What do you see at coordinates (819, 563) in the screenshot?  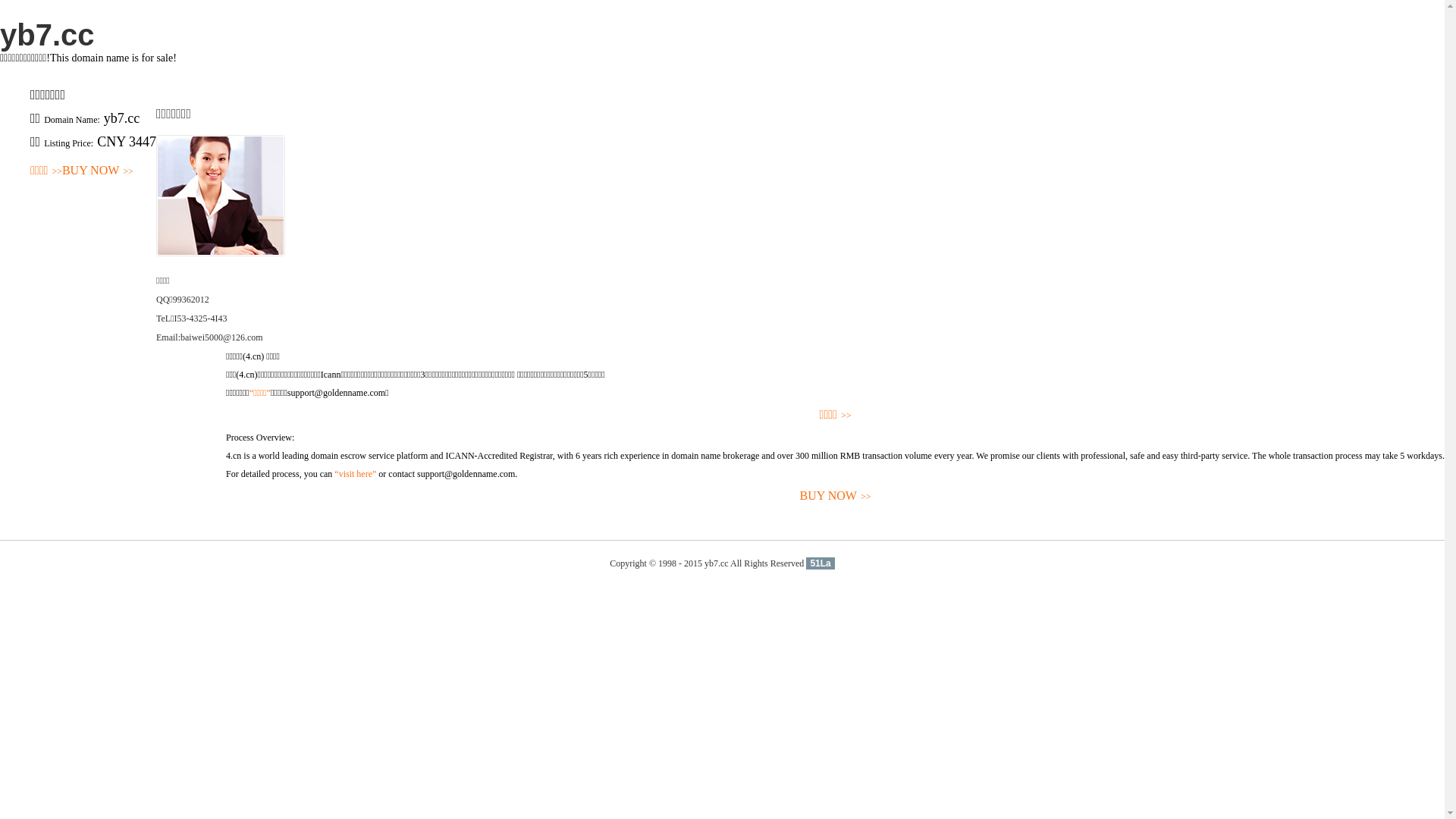 I see `'51La'` at bounding box center [819, 563].